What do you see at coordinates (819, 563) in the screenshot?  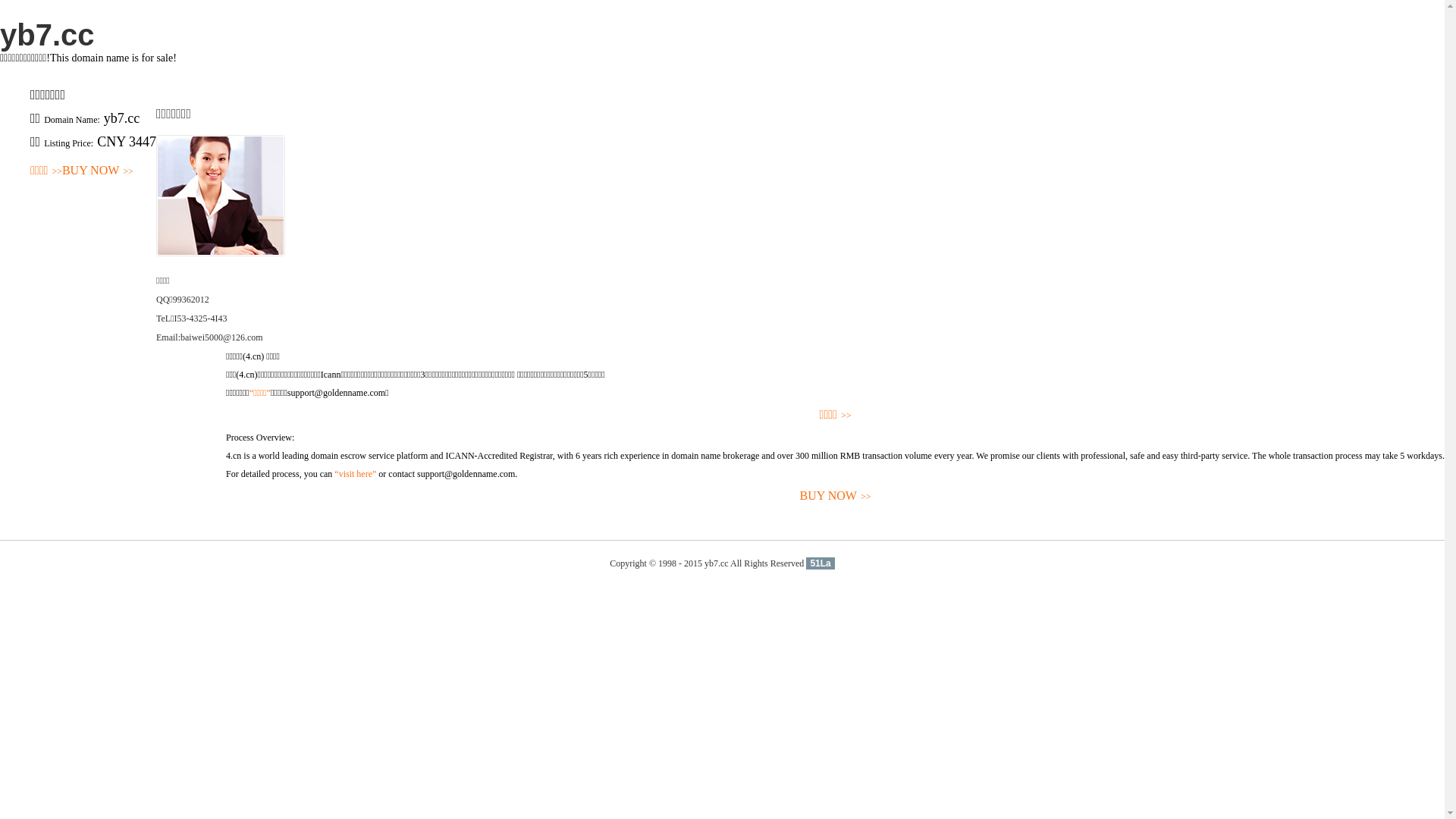 I see `'51La'` at bounding box center [819, 563].